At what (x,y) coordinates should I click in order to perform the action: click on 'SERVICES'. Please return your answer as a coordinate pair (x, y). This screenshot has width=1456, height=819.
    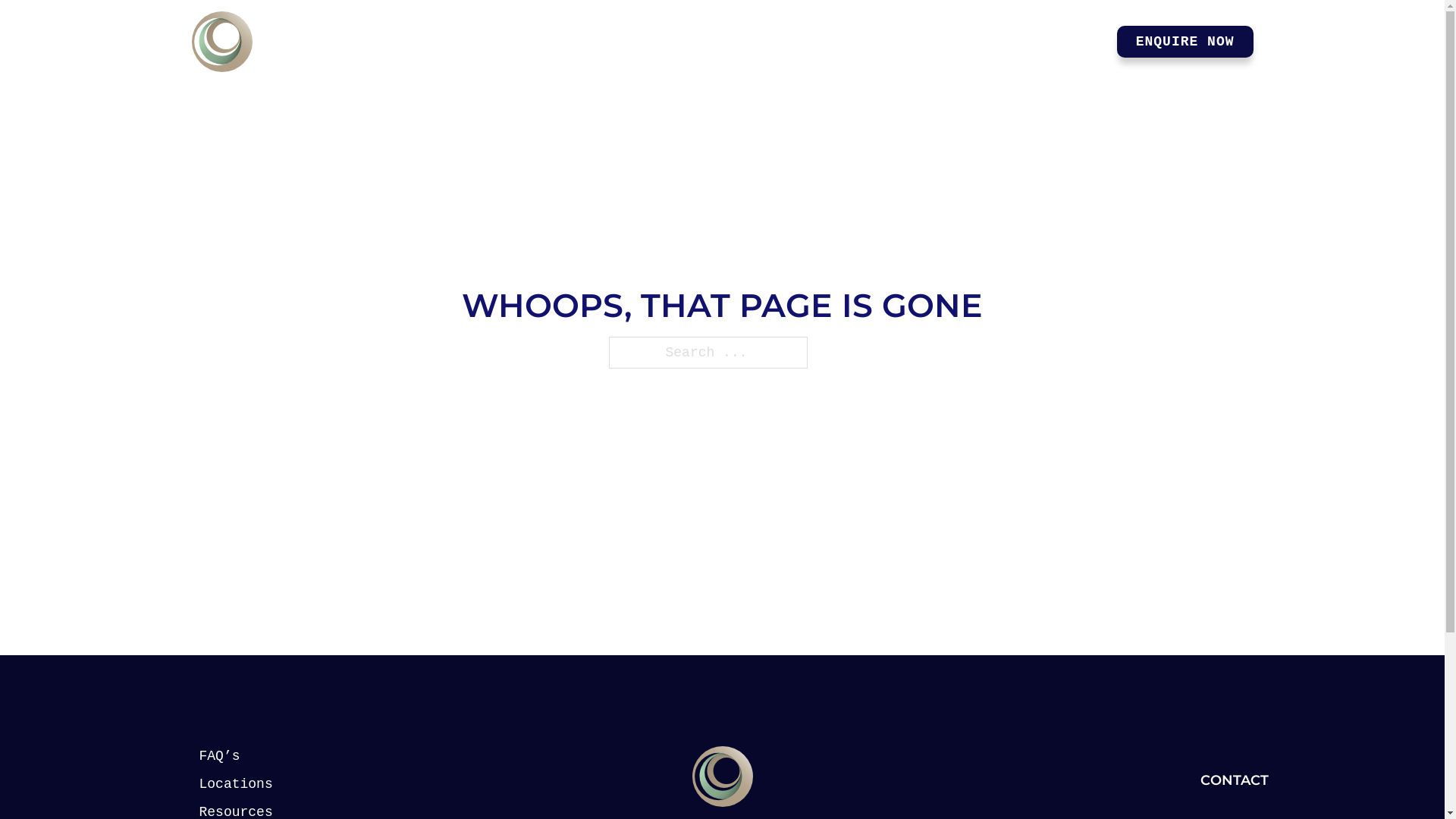
    Looking at the image, I should click on (749, 41).